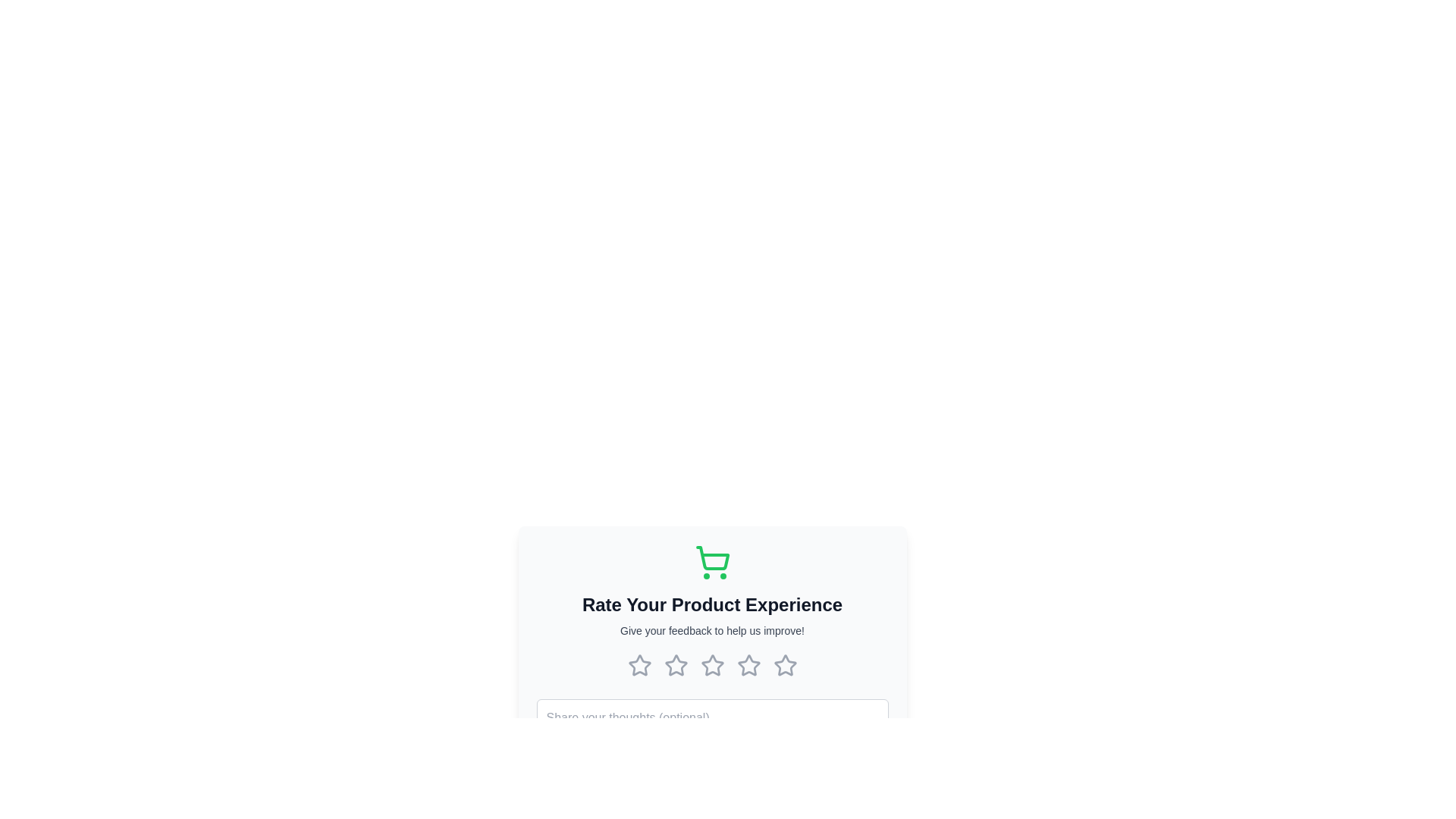  Describe the element at coordinates (711, 604) in the screenshot. I see `the static text header that prompts users to rate their product experience, which is located below the green shopping cart icon and above the explanatory text line` at that location.